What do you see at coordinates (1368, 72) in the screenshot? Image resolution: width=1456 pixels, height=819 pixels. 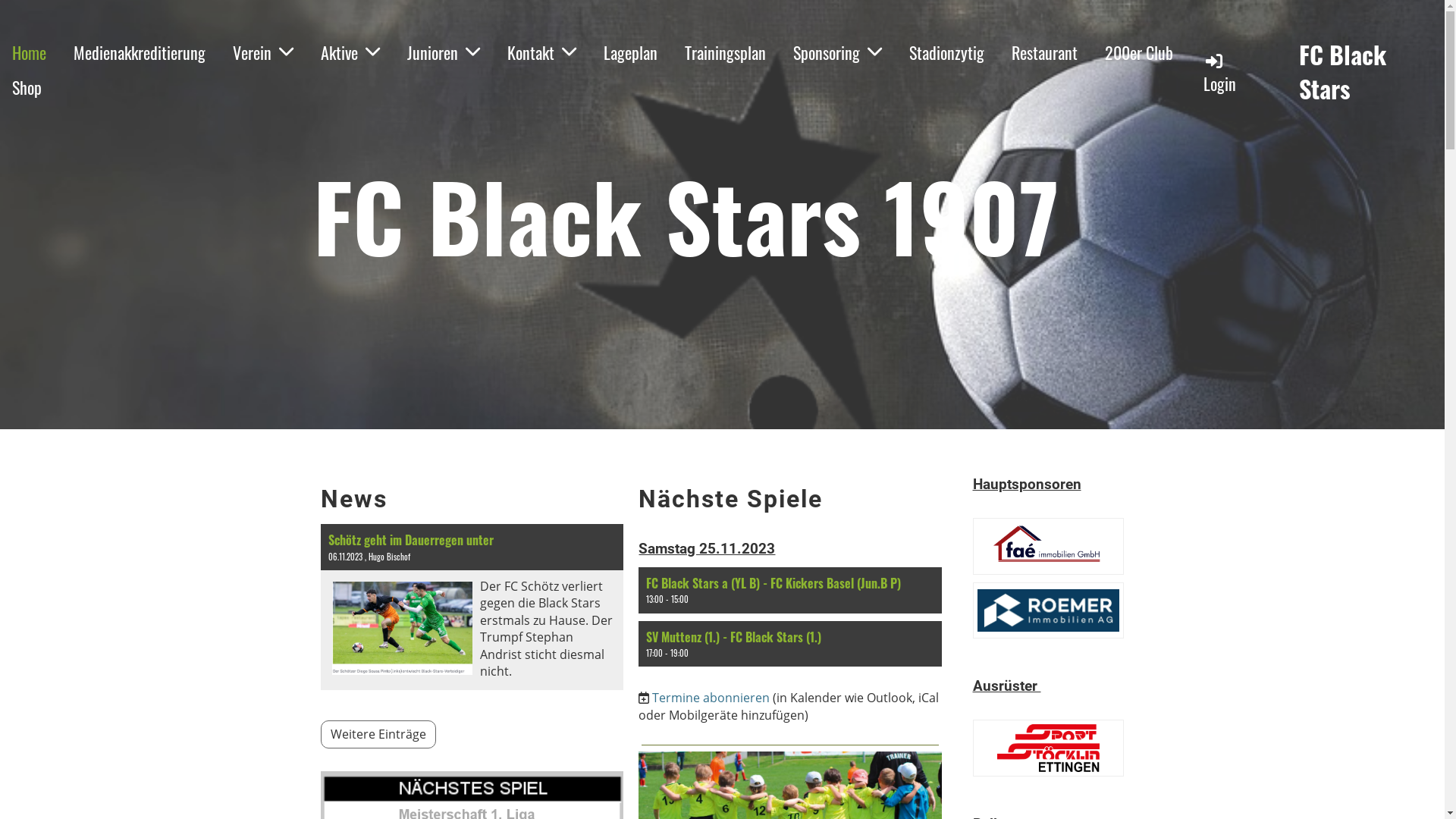 I see `'FC Black Stars'` at bounding box center [1368, 72].